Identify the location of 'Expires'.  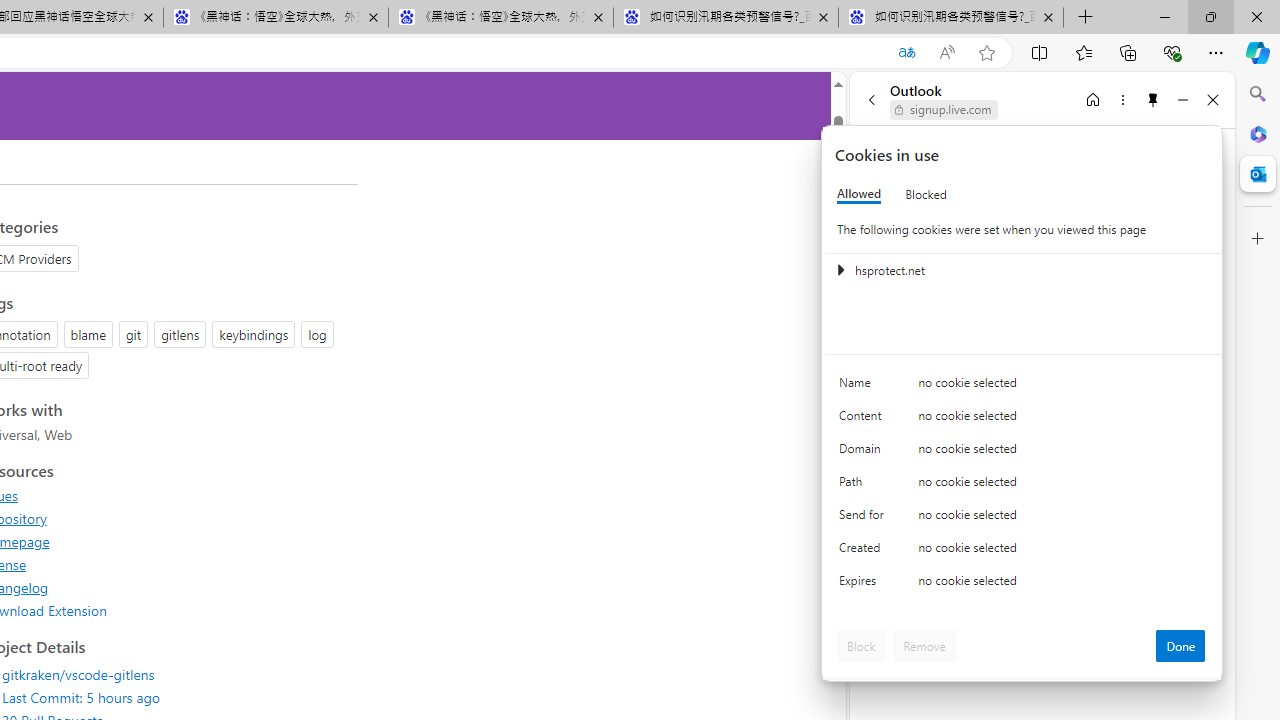
(865, 585).